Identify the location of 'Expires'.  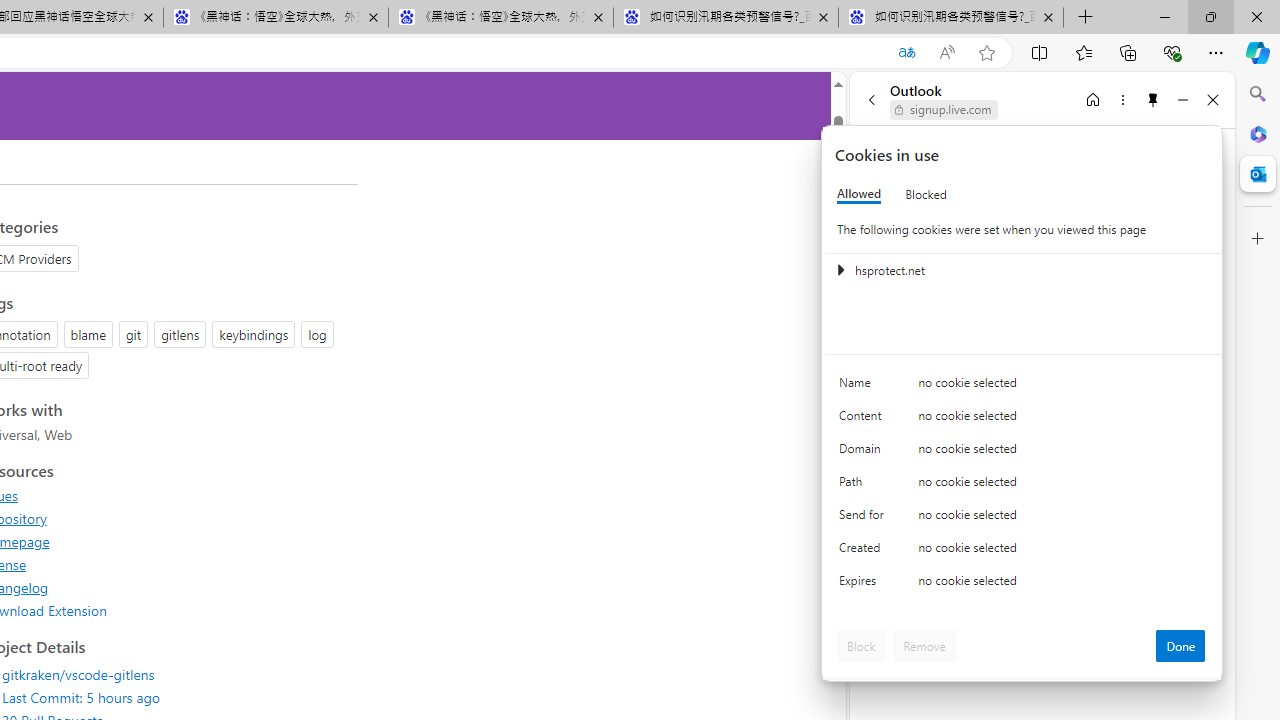
(865, 585).